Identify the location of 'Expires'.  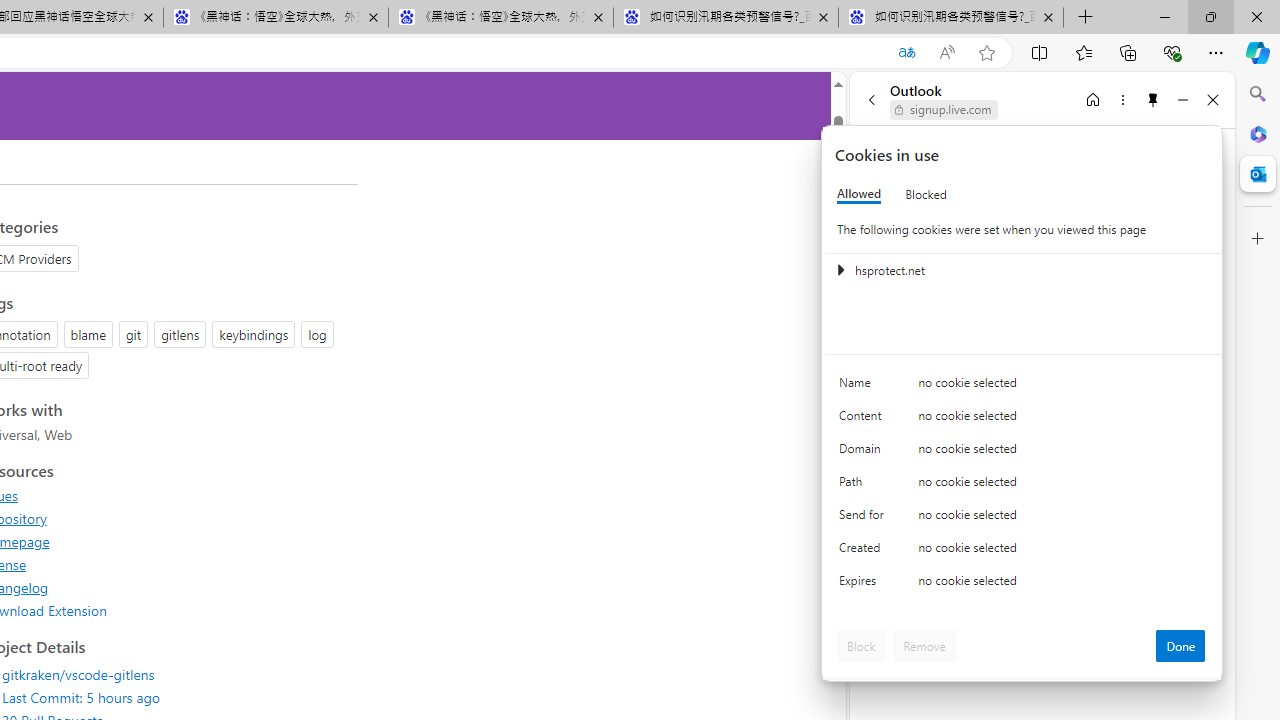
(865, 585).